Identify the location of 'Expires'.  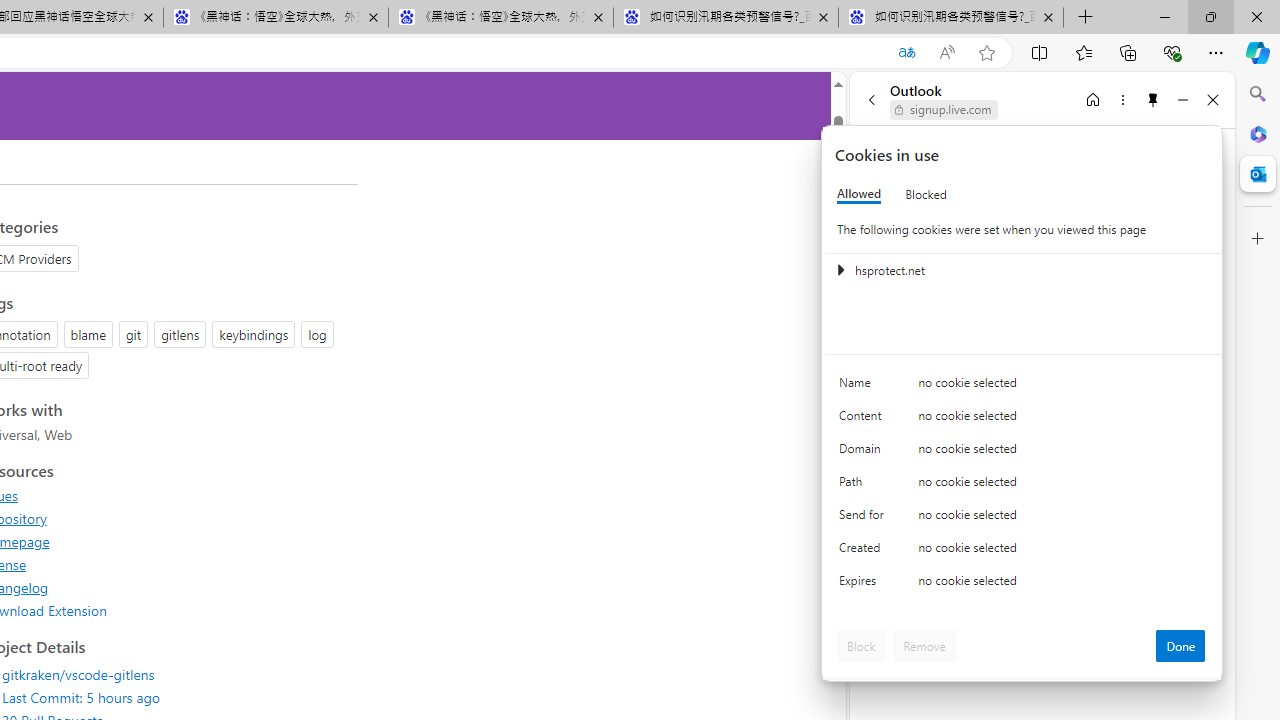
(865, 585).